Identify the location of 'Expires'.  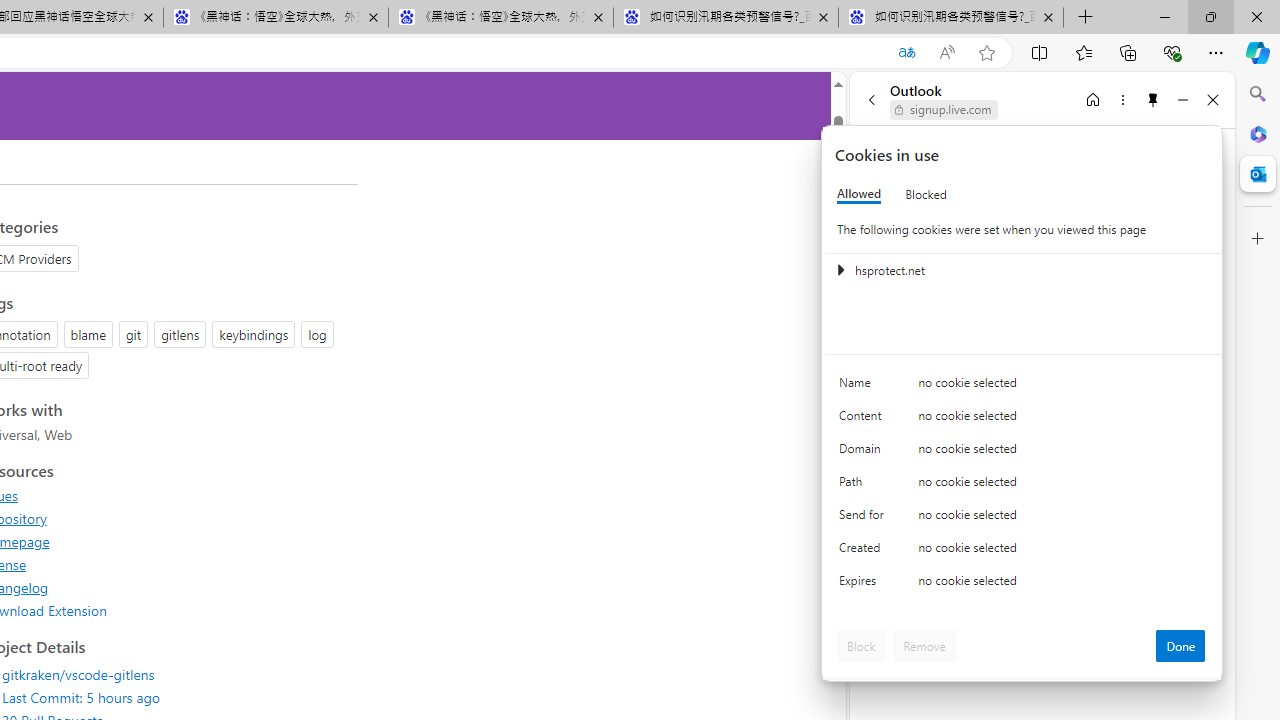
(865, 585).